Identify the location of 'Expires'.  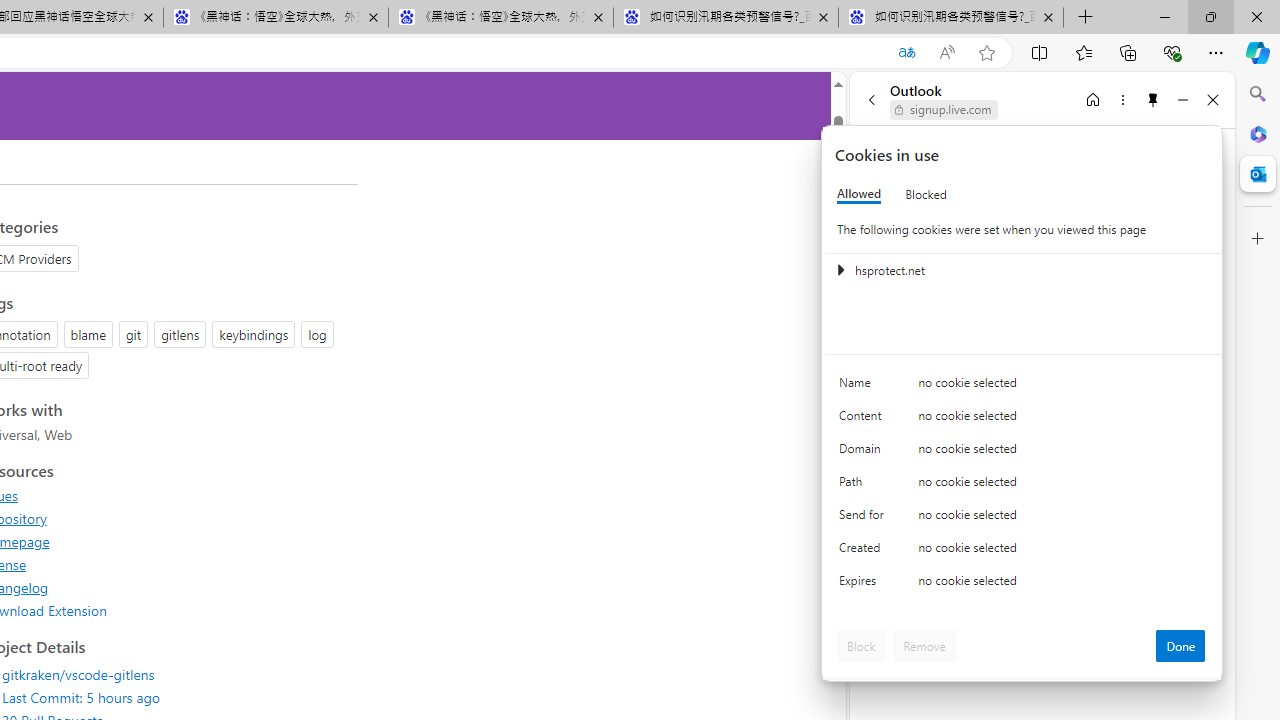
(865, 585).